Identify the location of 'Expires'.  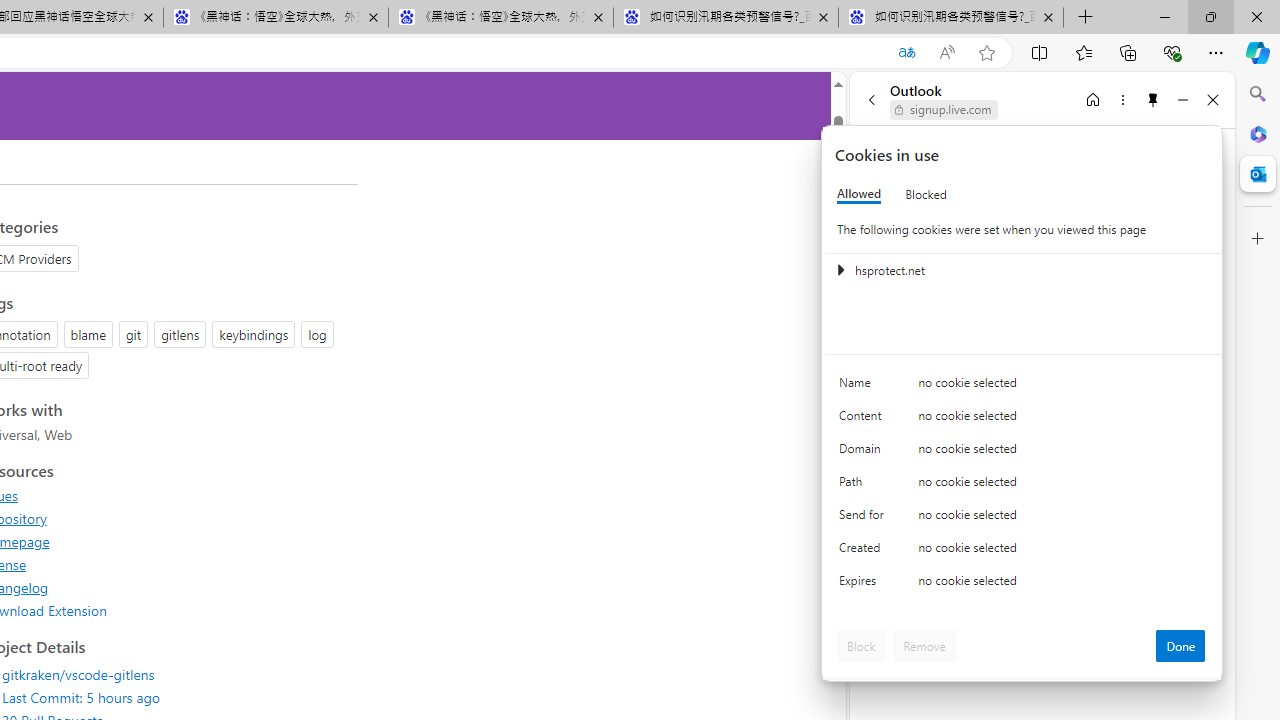
(865, 585).